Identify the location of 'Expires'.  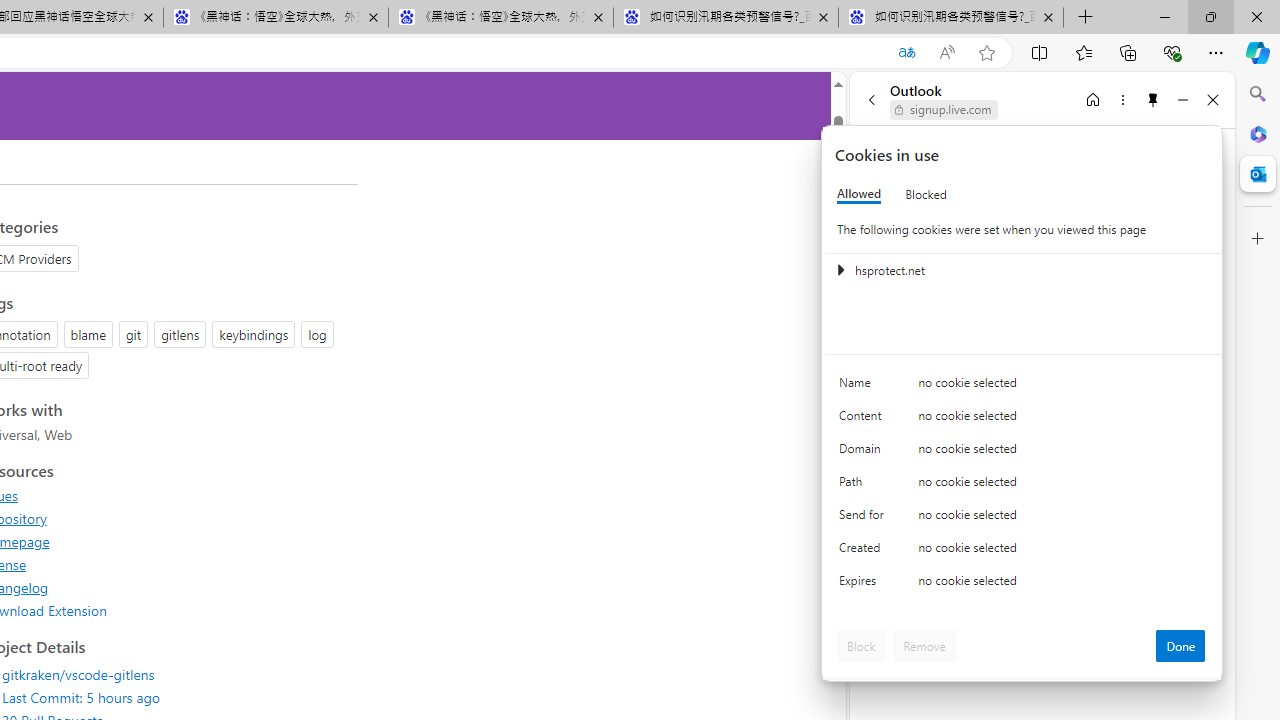
(865, 585).